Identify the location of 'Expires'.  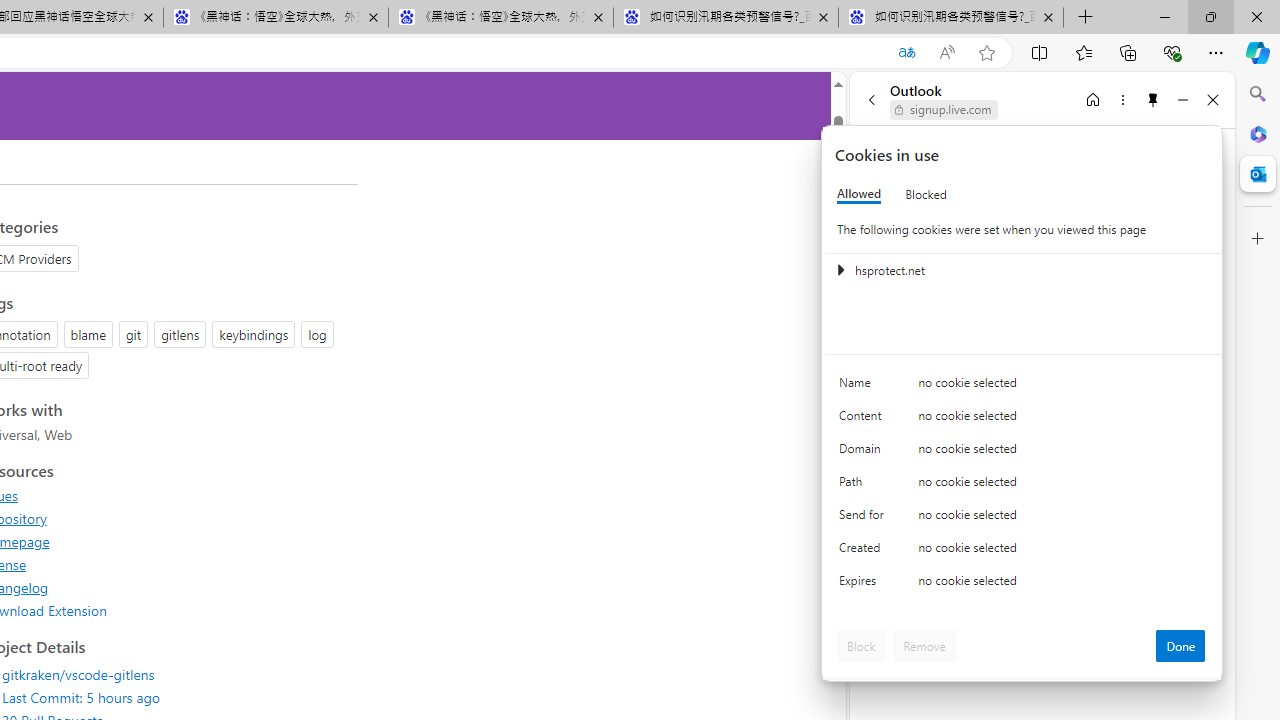
(865, 585).